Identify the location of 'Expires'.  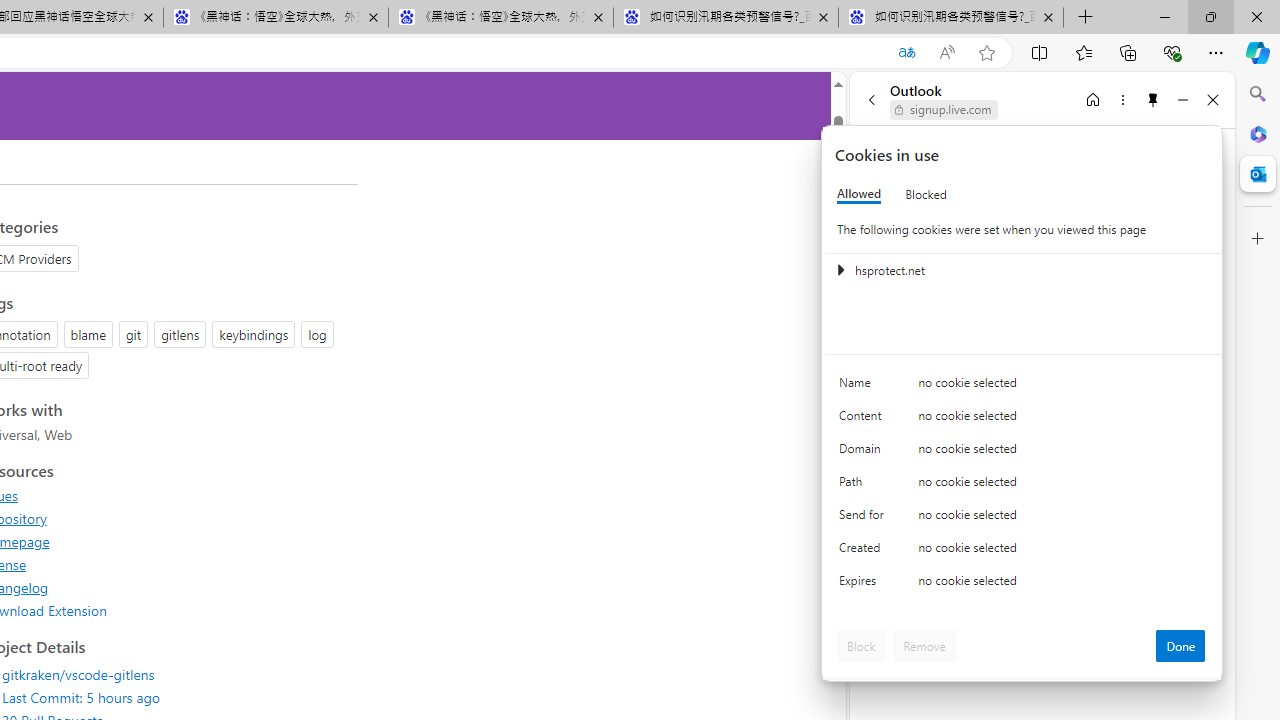
(865, 585).